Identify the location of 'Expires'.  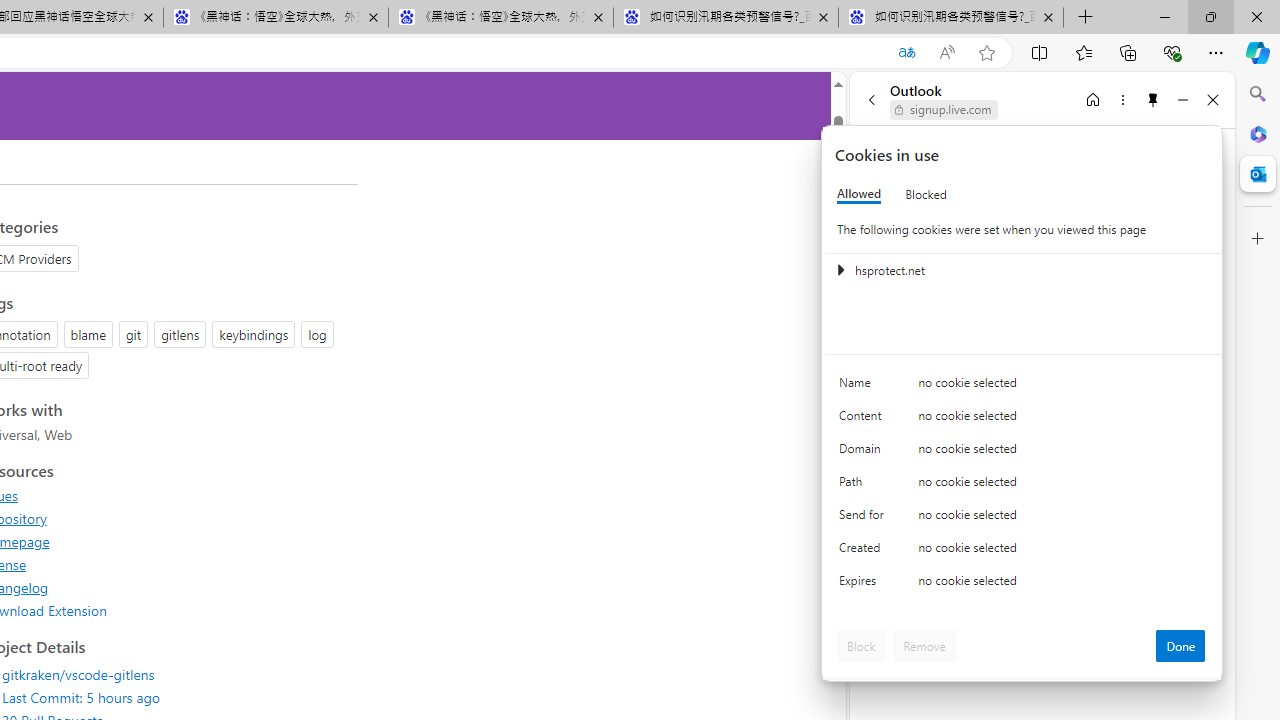
(865, 585).